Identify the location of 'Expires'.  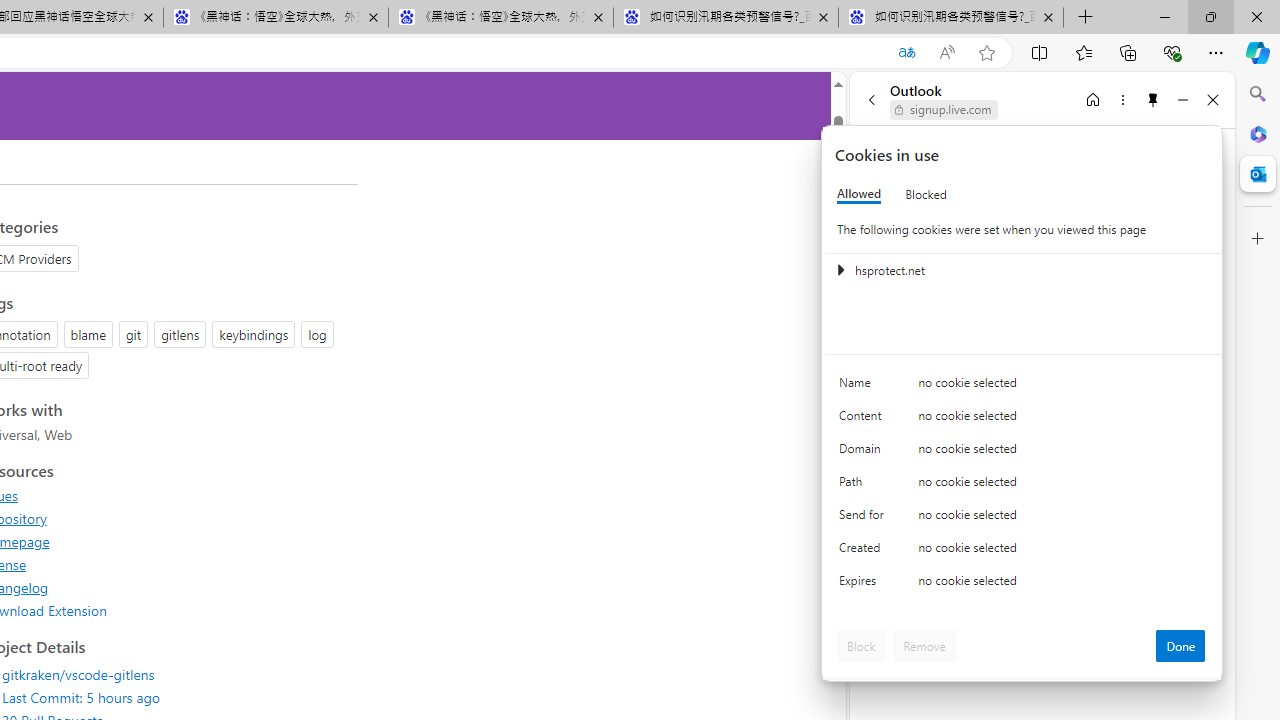
(865, 585).